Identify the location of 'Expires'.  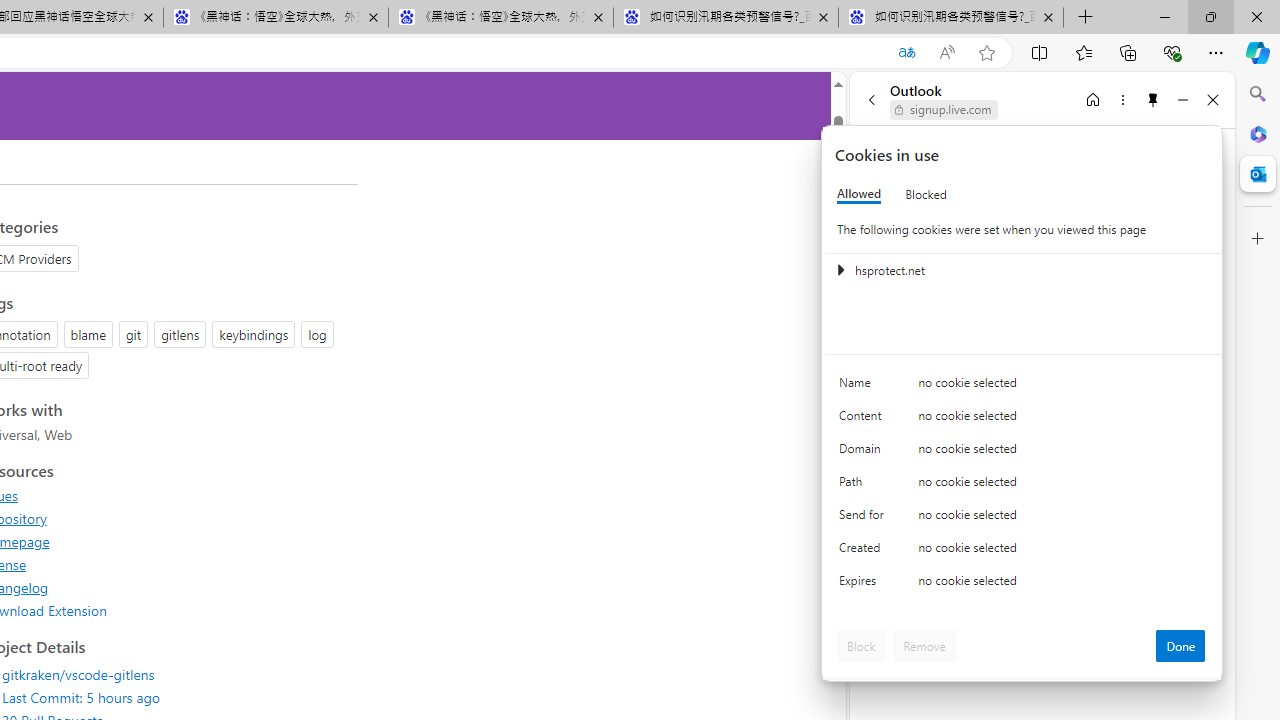
(865, 585).